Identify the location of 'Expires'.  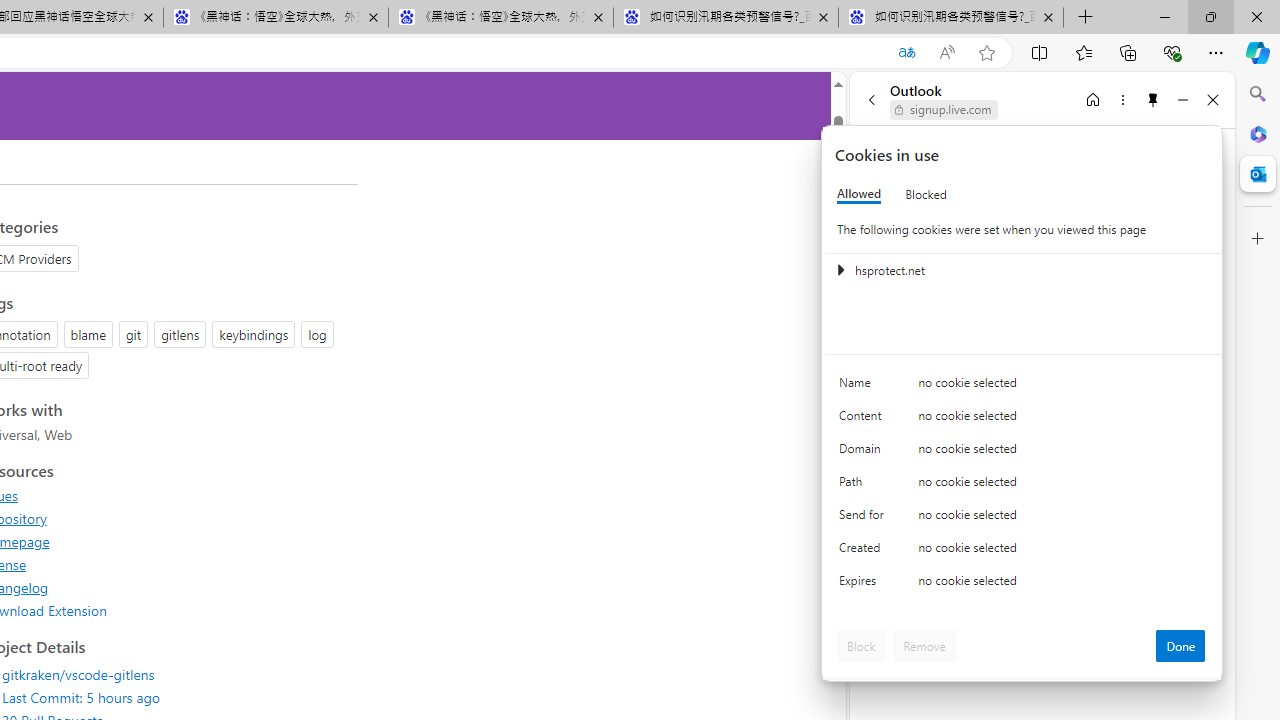
(865, 585).